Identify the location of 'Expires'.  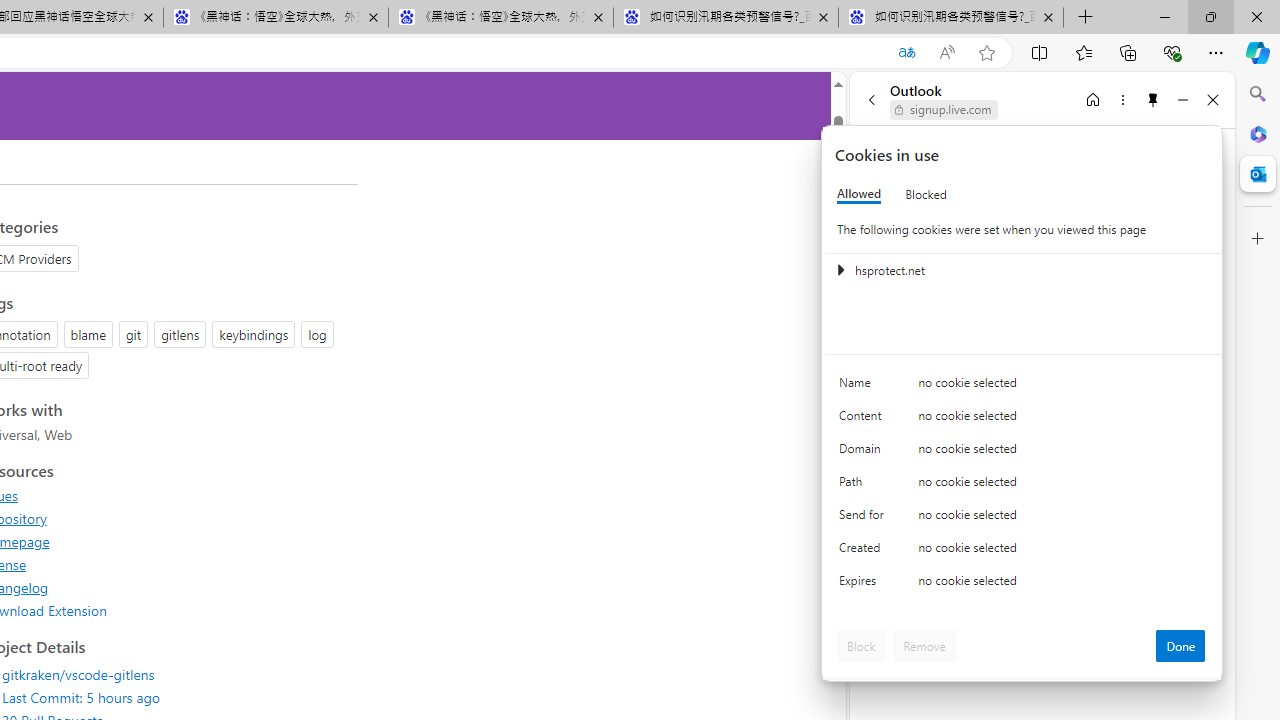
(865, 585).